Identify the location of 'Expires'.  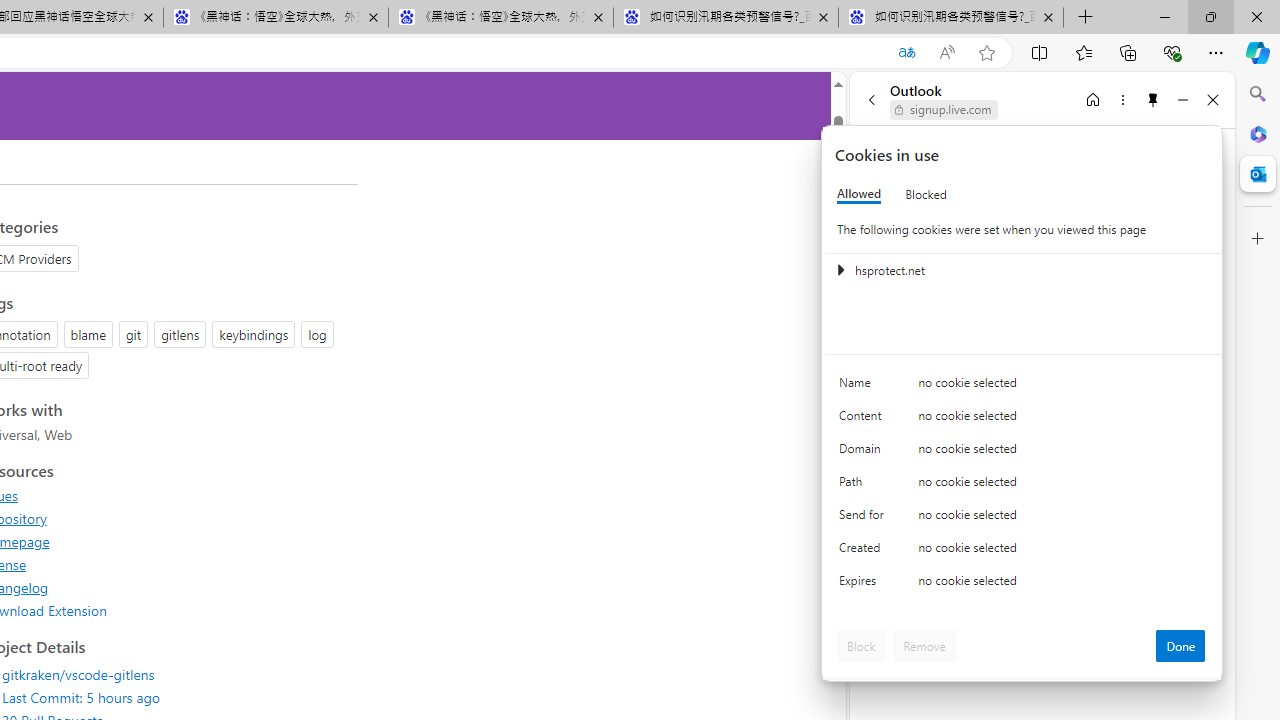
(865, 585).